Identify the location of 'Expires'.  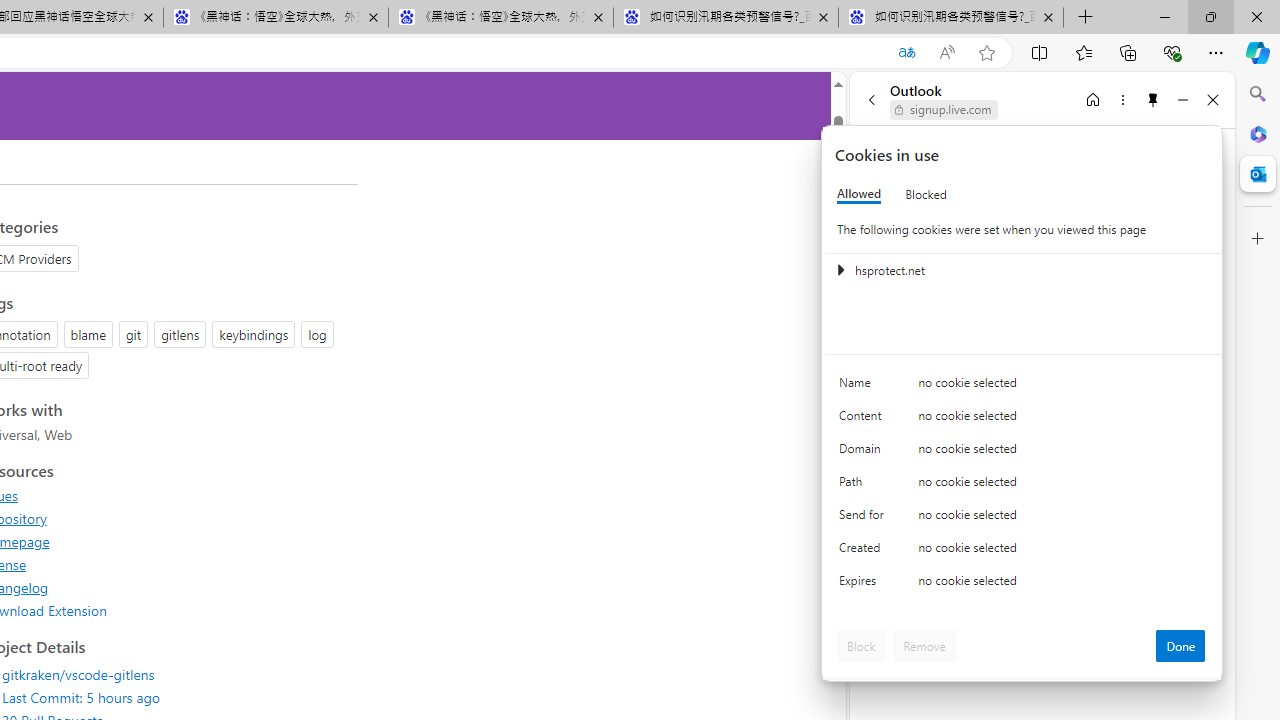
(865, 585).